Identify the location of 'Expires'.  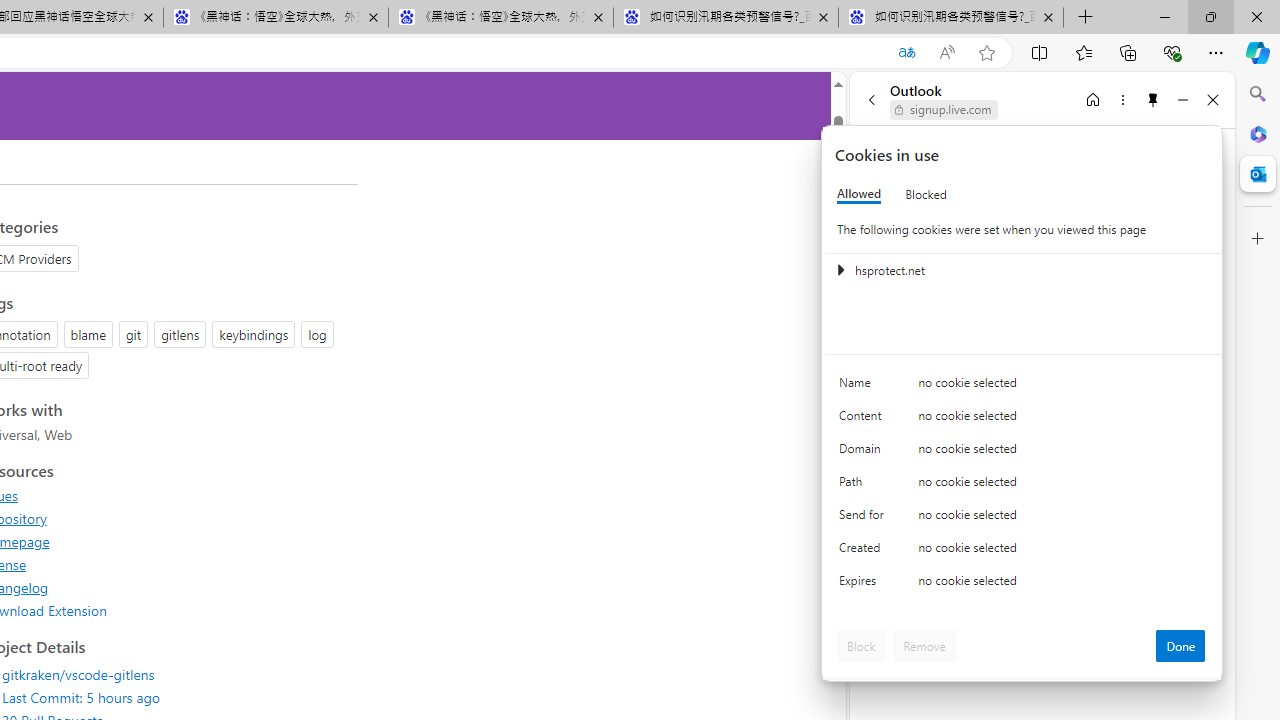
(865, 585).